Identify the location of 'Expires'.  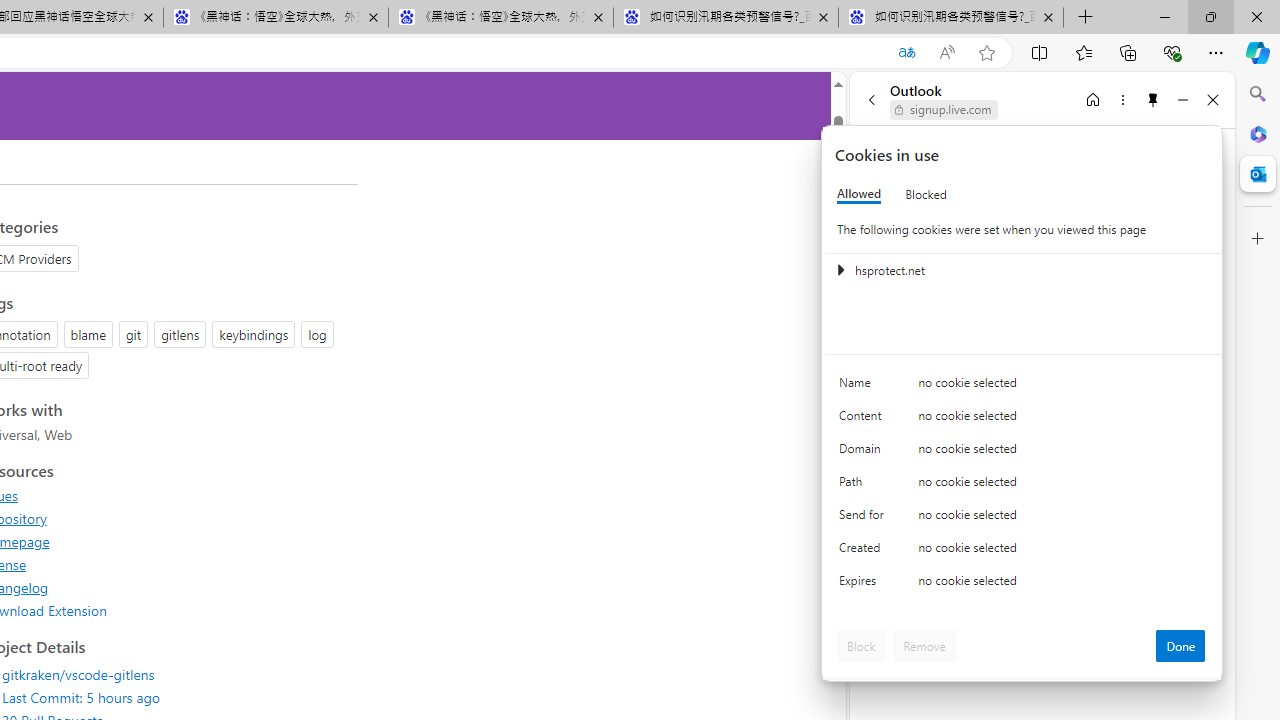
(865, 585).